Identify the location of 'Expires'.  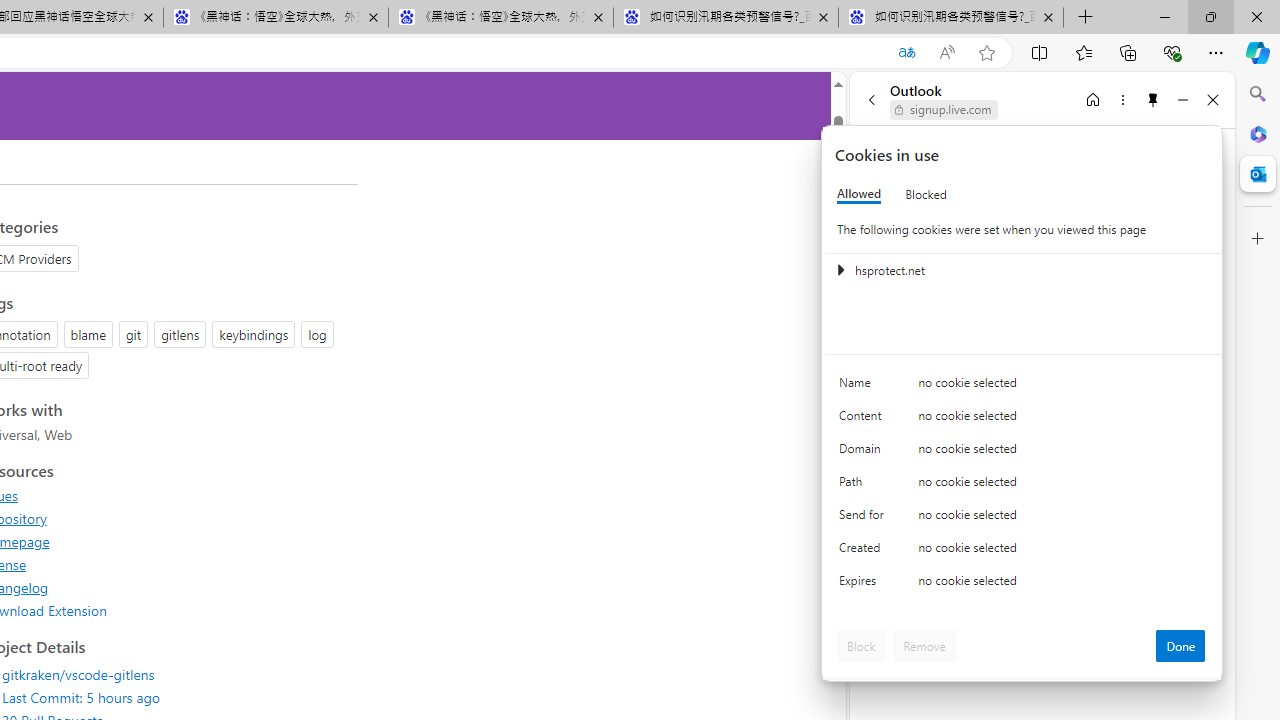
(865, 585).